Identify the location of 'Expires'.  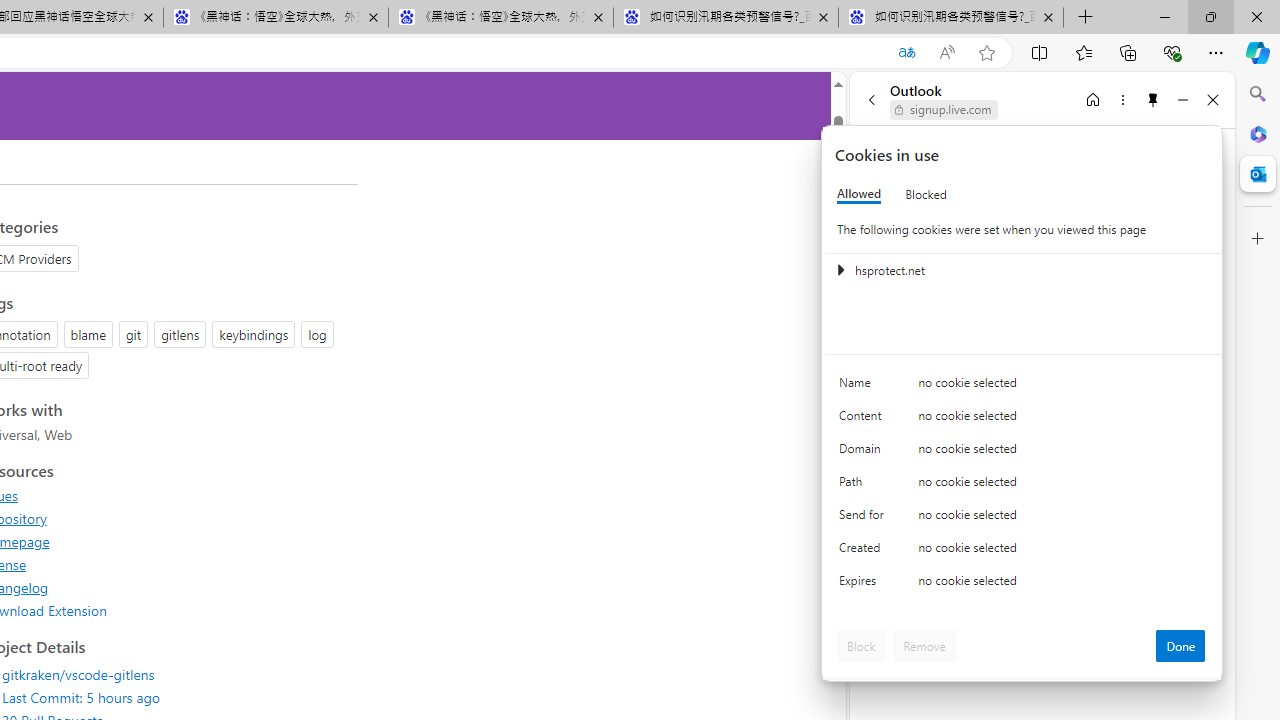
(865, 585).